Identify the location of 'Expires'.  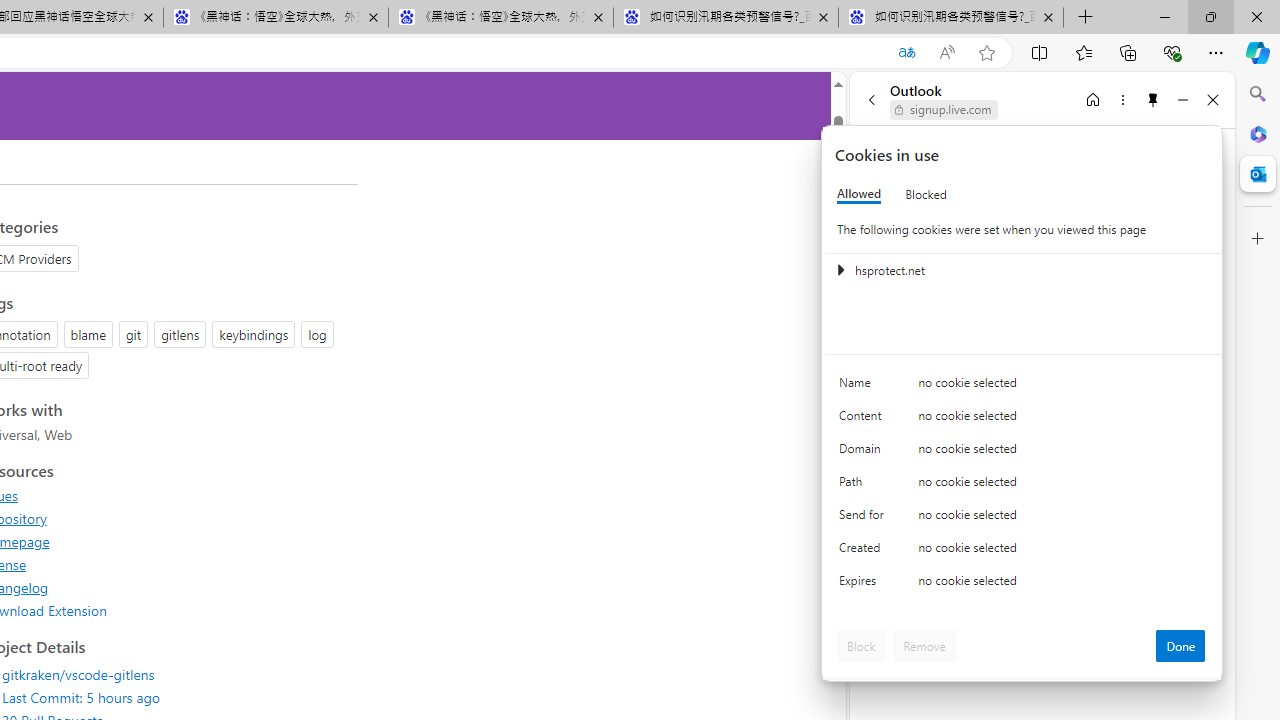
(865, 585).